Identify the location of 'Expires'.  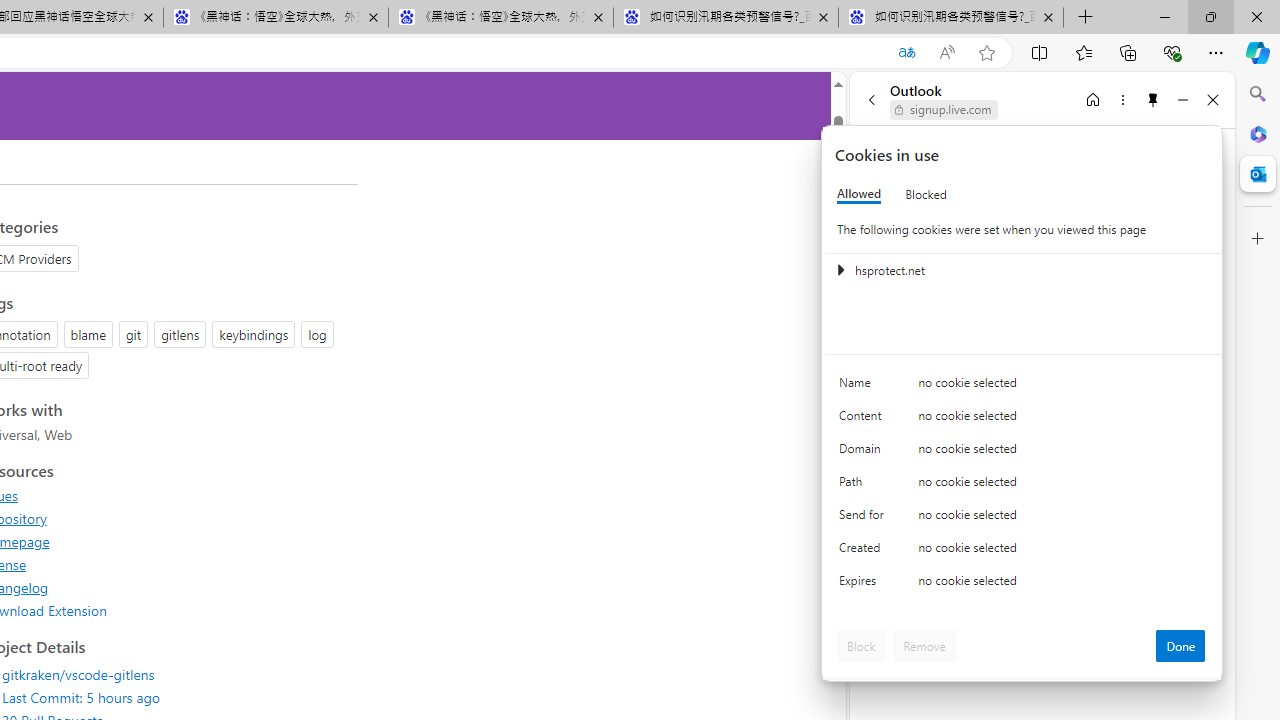
(865, 585).